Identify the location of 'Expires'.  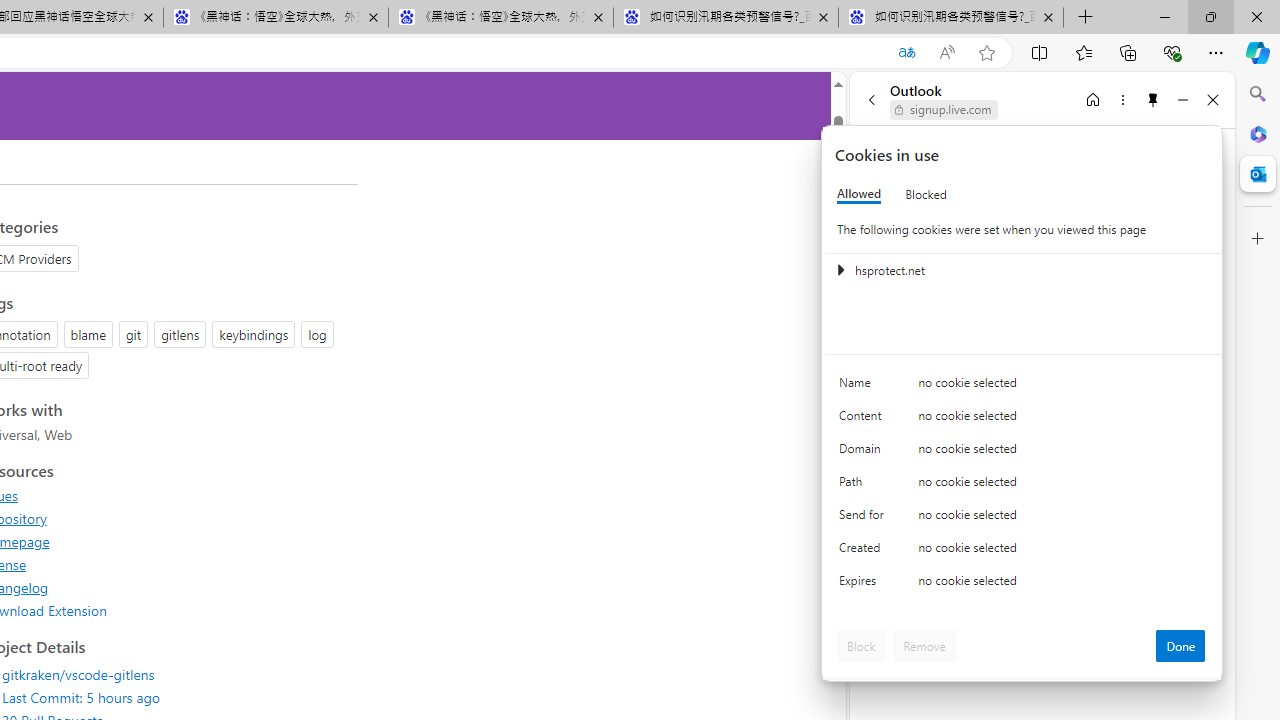
(865, 585).